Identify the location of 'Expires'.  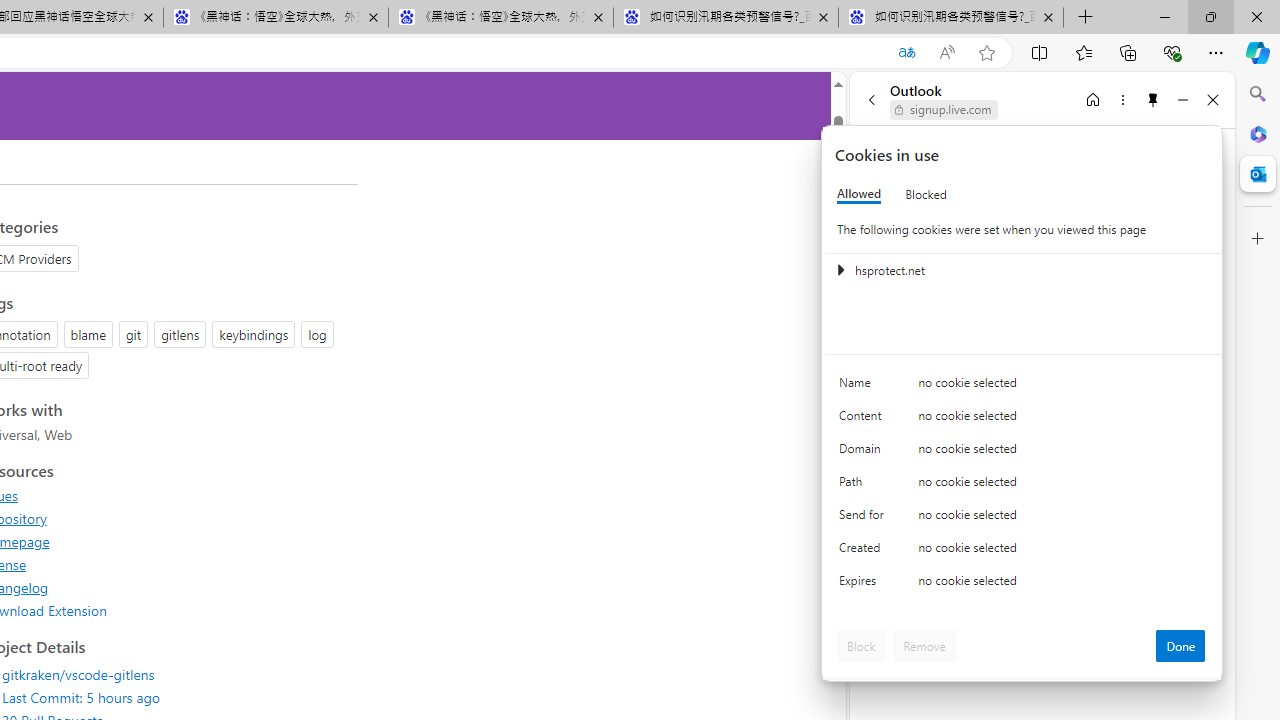
(865, 585).